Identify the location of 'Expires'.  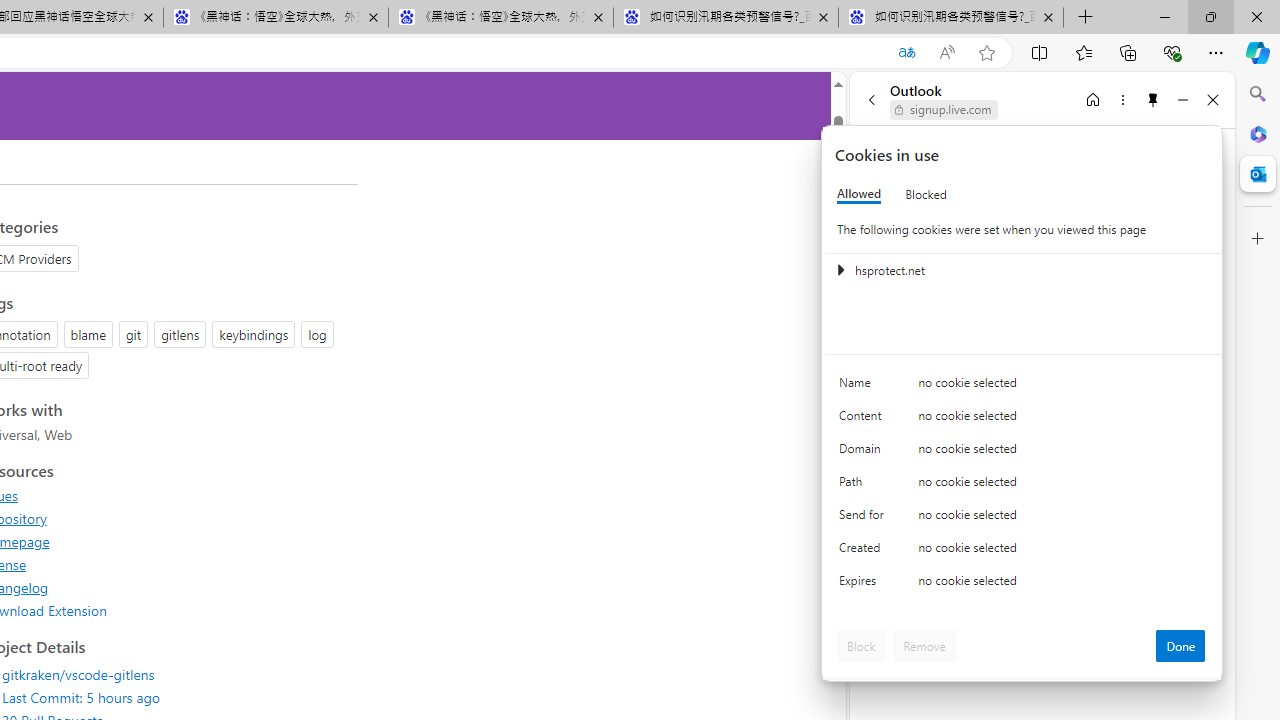
(865, 585).